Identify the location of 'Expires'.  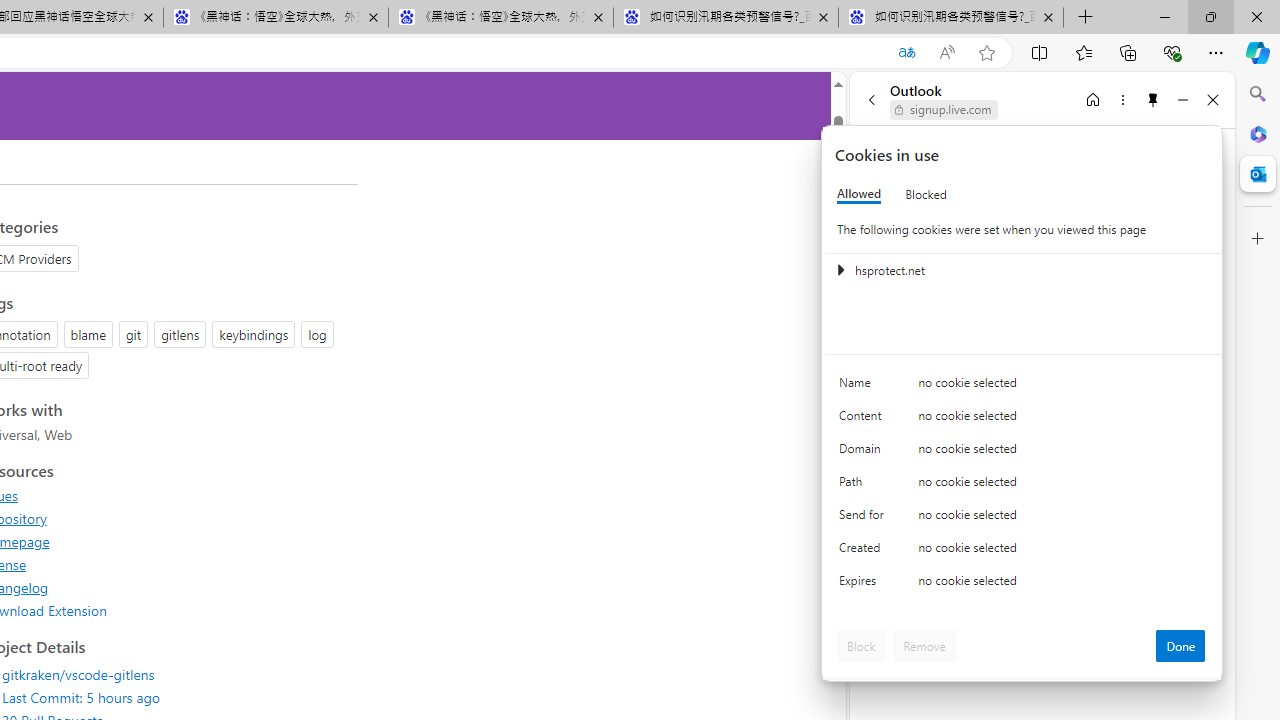
(865, 585).